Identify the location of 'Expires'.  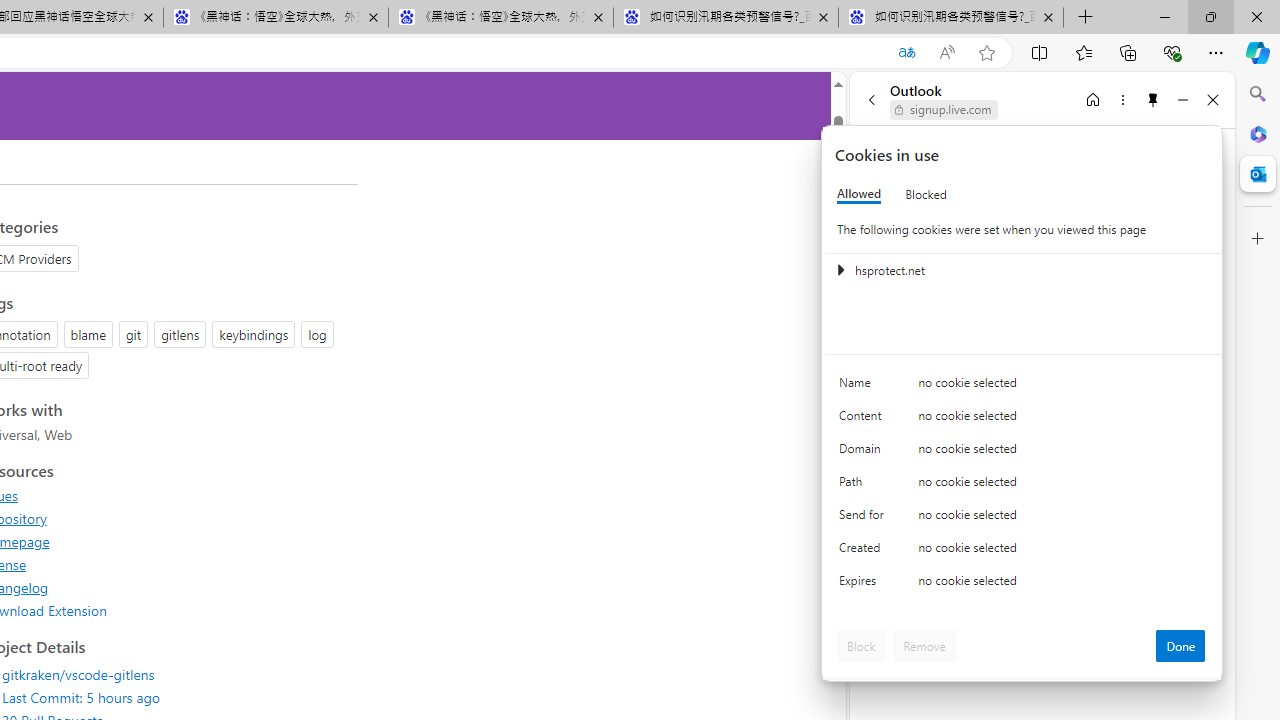
(865, 585).